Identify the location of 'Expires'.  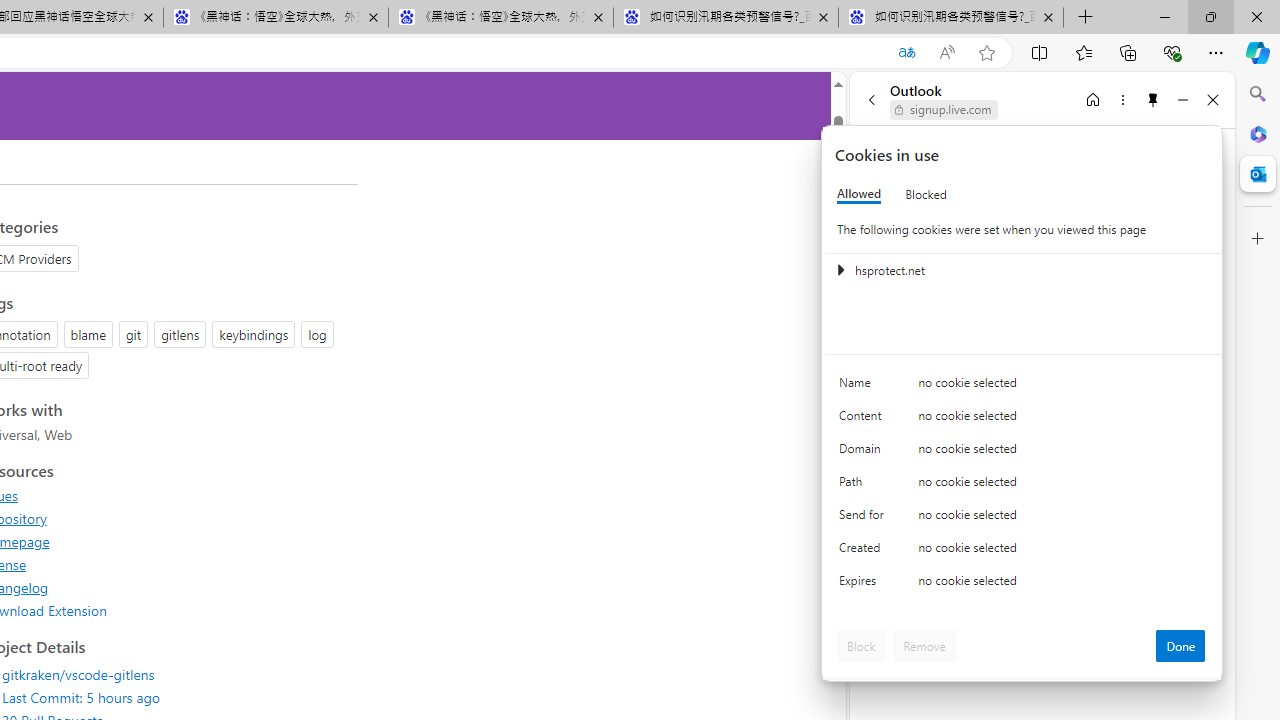
(865, 585).